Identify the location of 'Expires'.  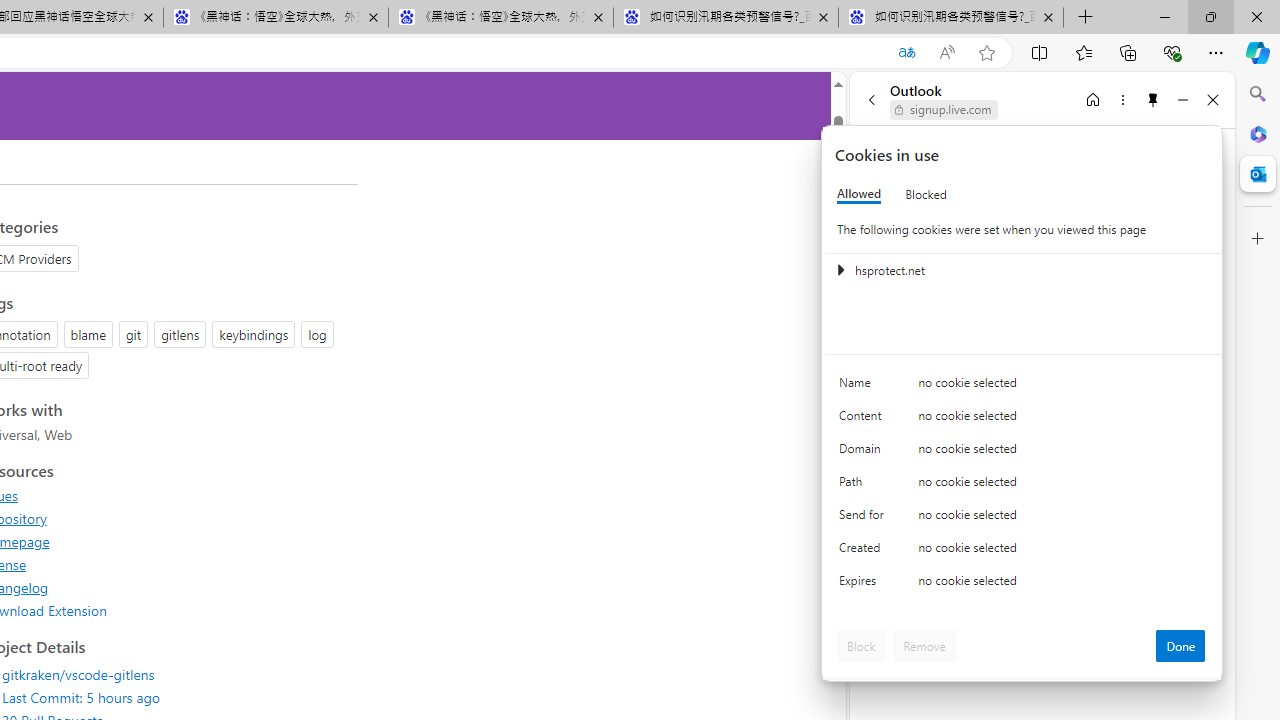
(865, 585).